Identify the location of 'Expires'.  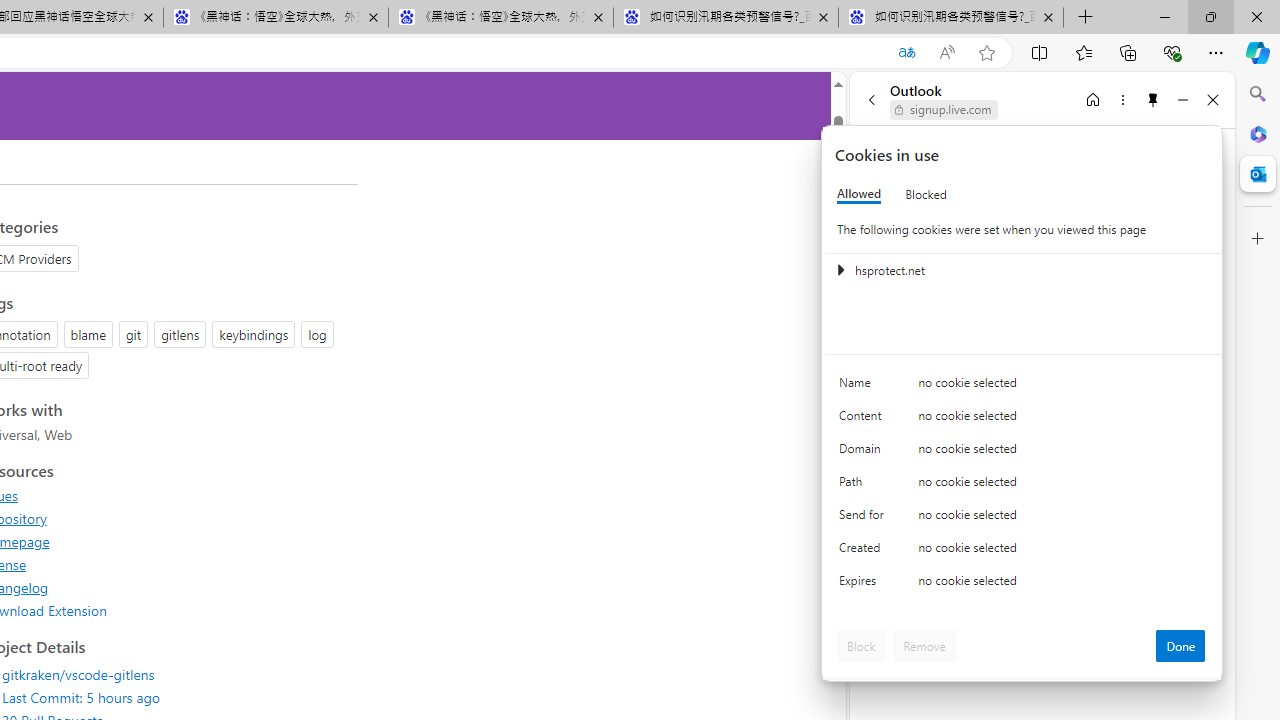
(865, 585).